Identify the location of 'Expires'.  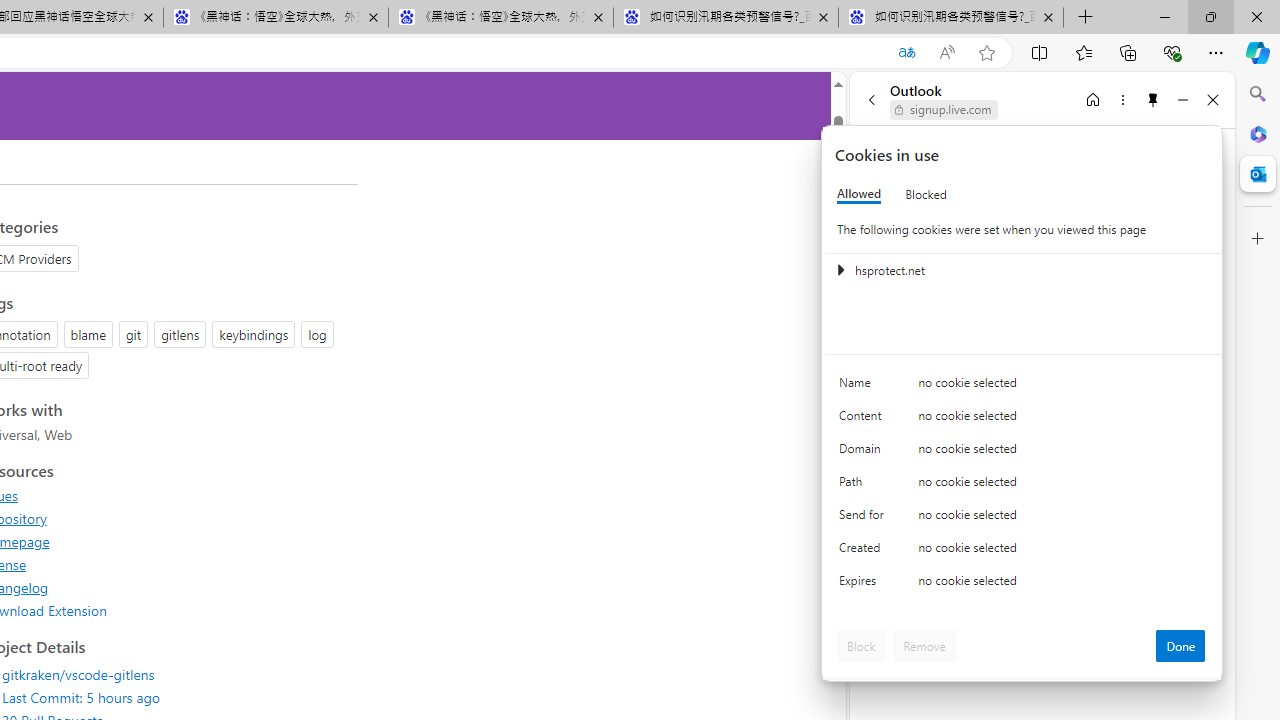
(865, 585).